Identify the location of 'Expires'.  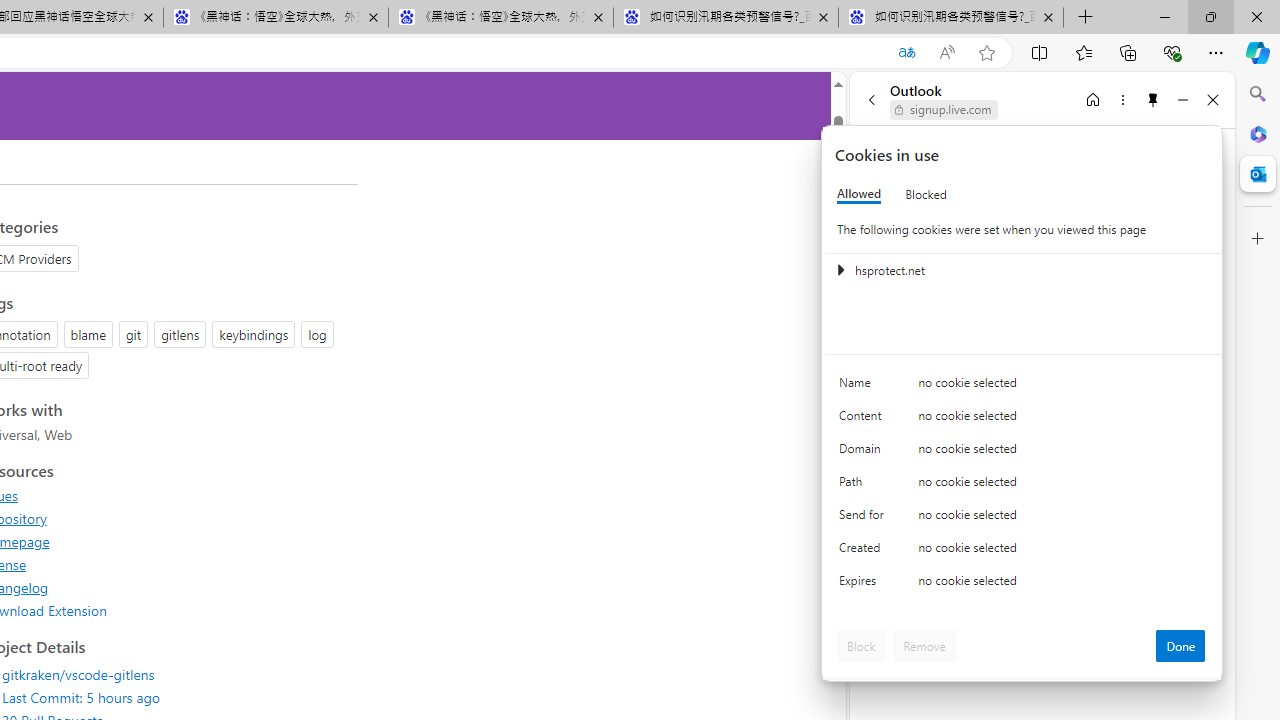
(865, 585).